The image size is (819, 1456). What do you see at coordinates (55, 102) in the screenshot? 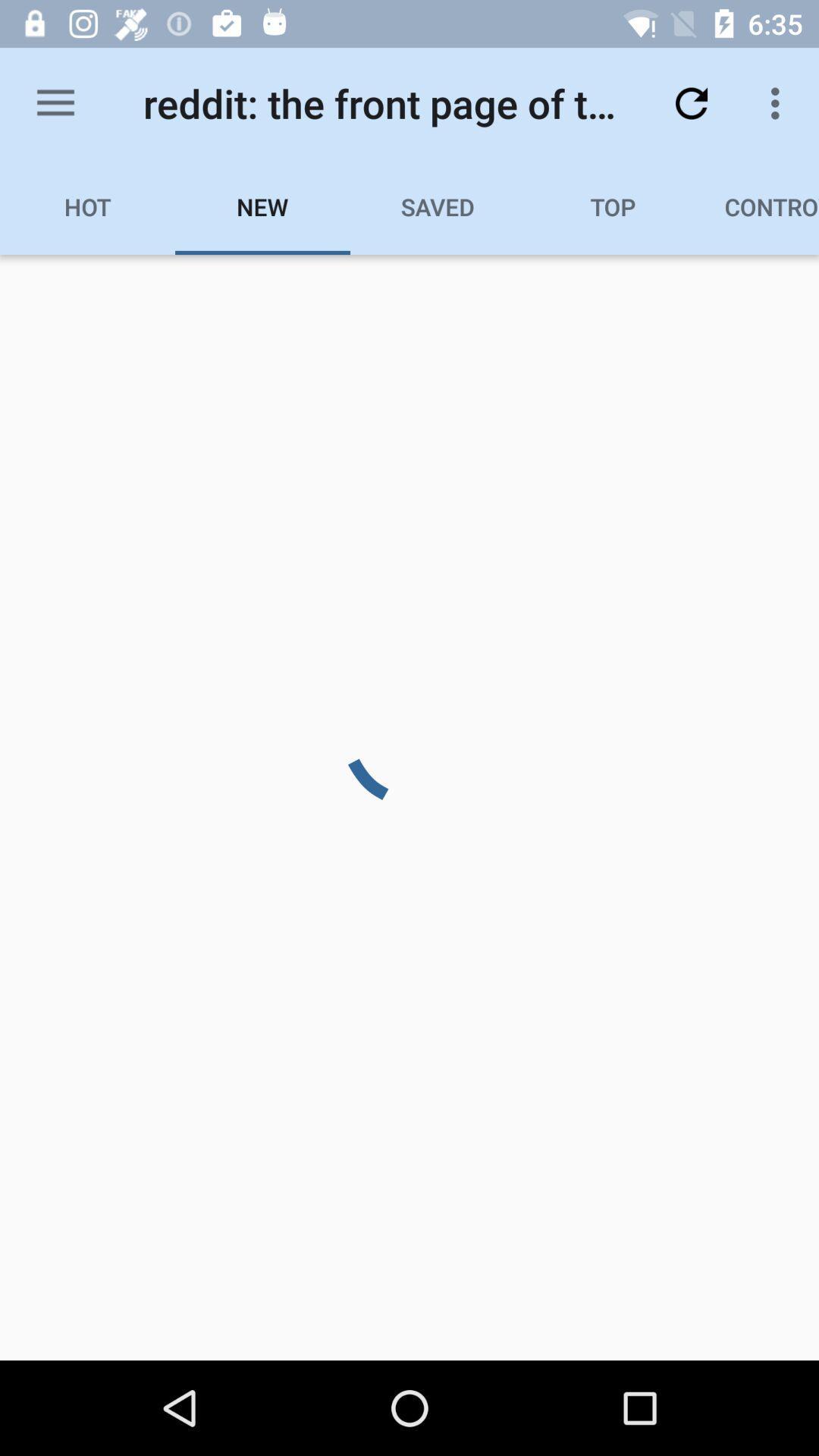
I see `the item to the left of the reddit the front` at bounding box center [55, 102].